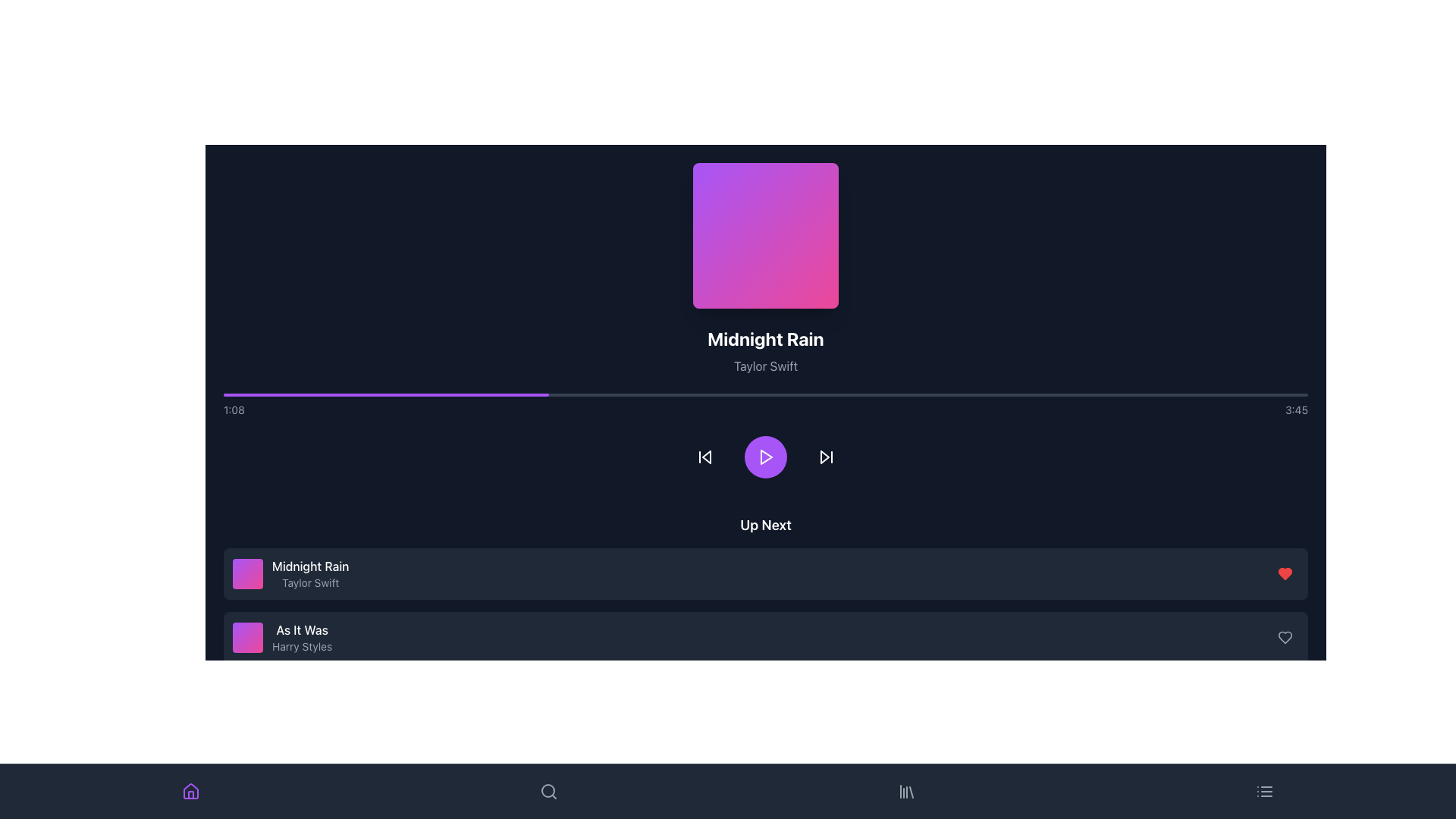  I want to click on the progress bar, so click(450, 394).